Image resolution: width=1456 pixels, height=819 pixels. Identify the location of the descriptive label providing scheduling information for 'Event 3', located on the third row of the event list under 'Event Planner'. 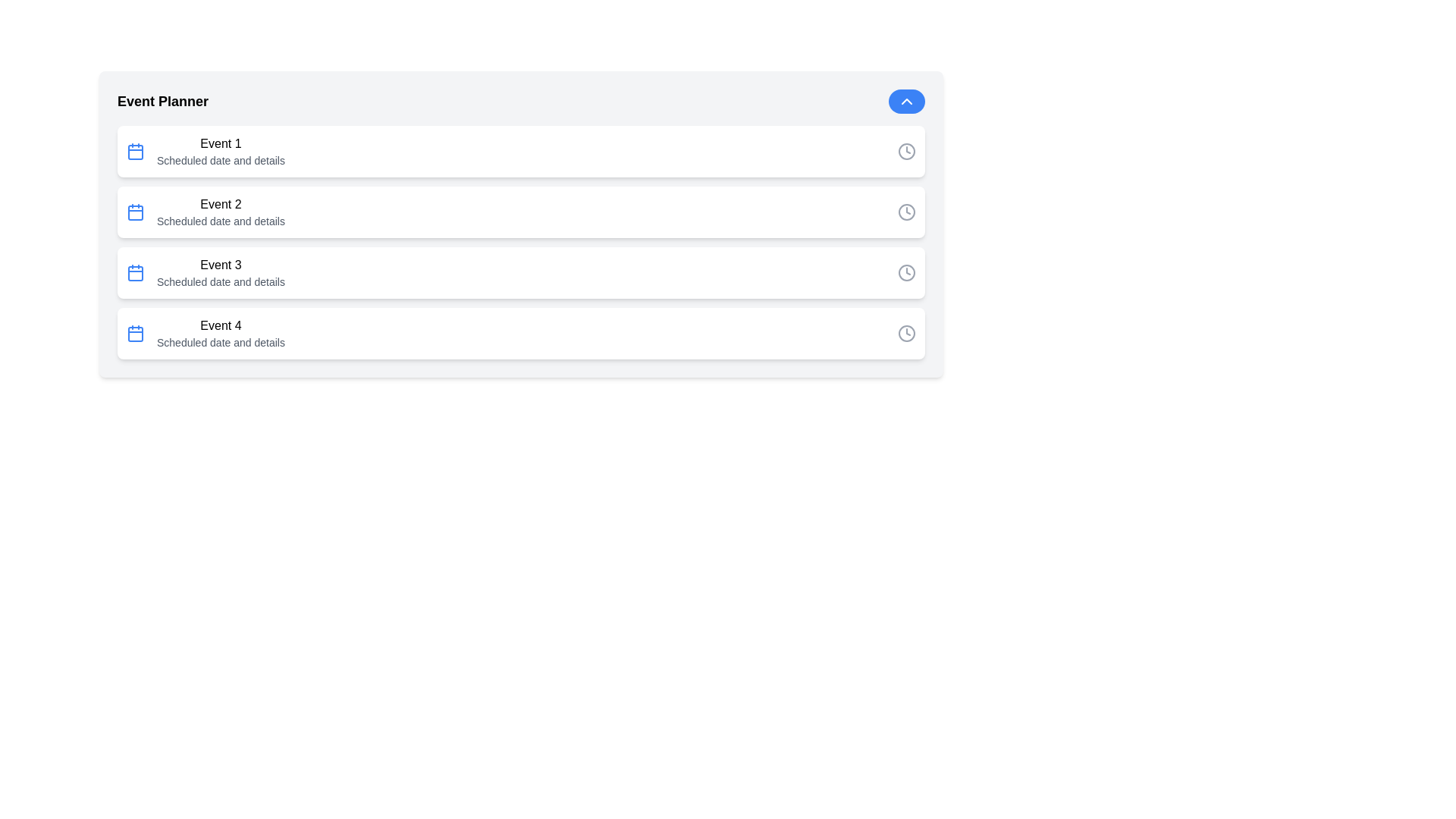
(220, 281).